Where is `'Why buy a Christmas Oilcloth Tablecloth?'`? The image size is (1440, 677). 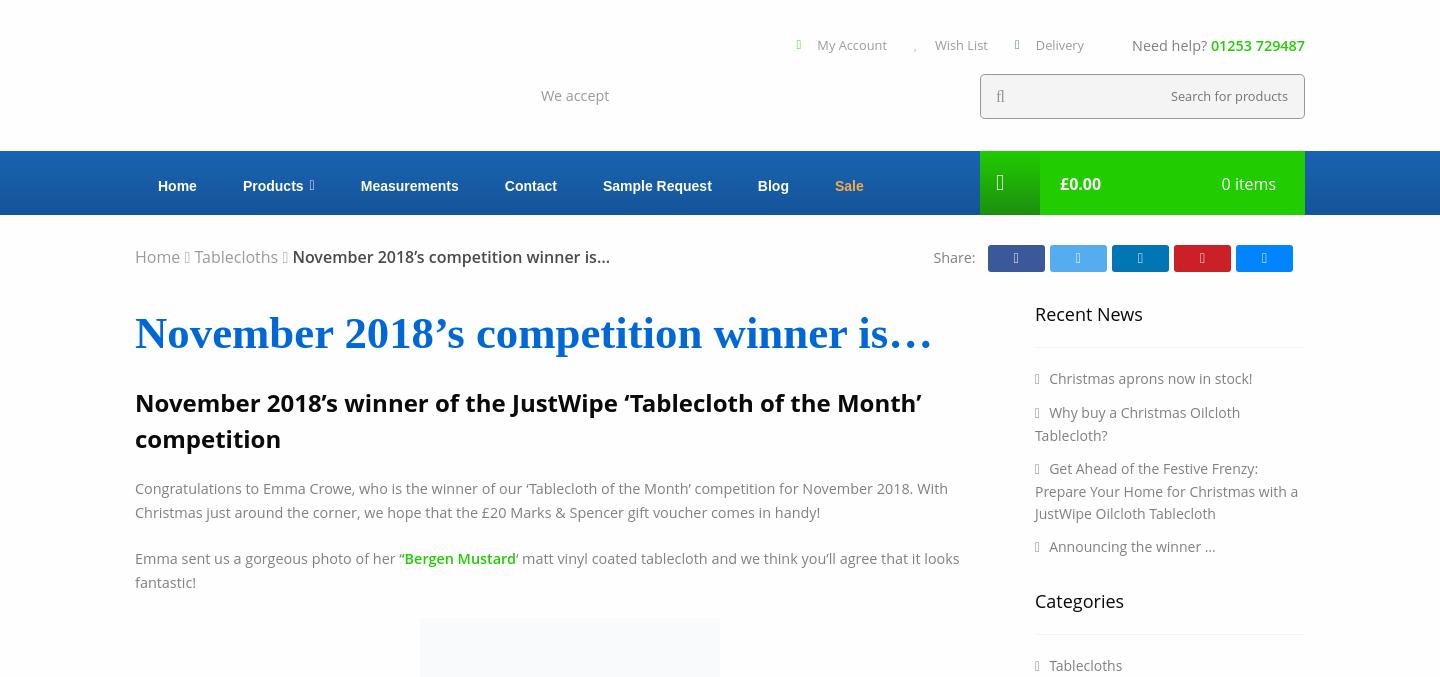 'Why buy a Christmas Oilcloth Tablecloth?' is located at coordinates (1136, 422).